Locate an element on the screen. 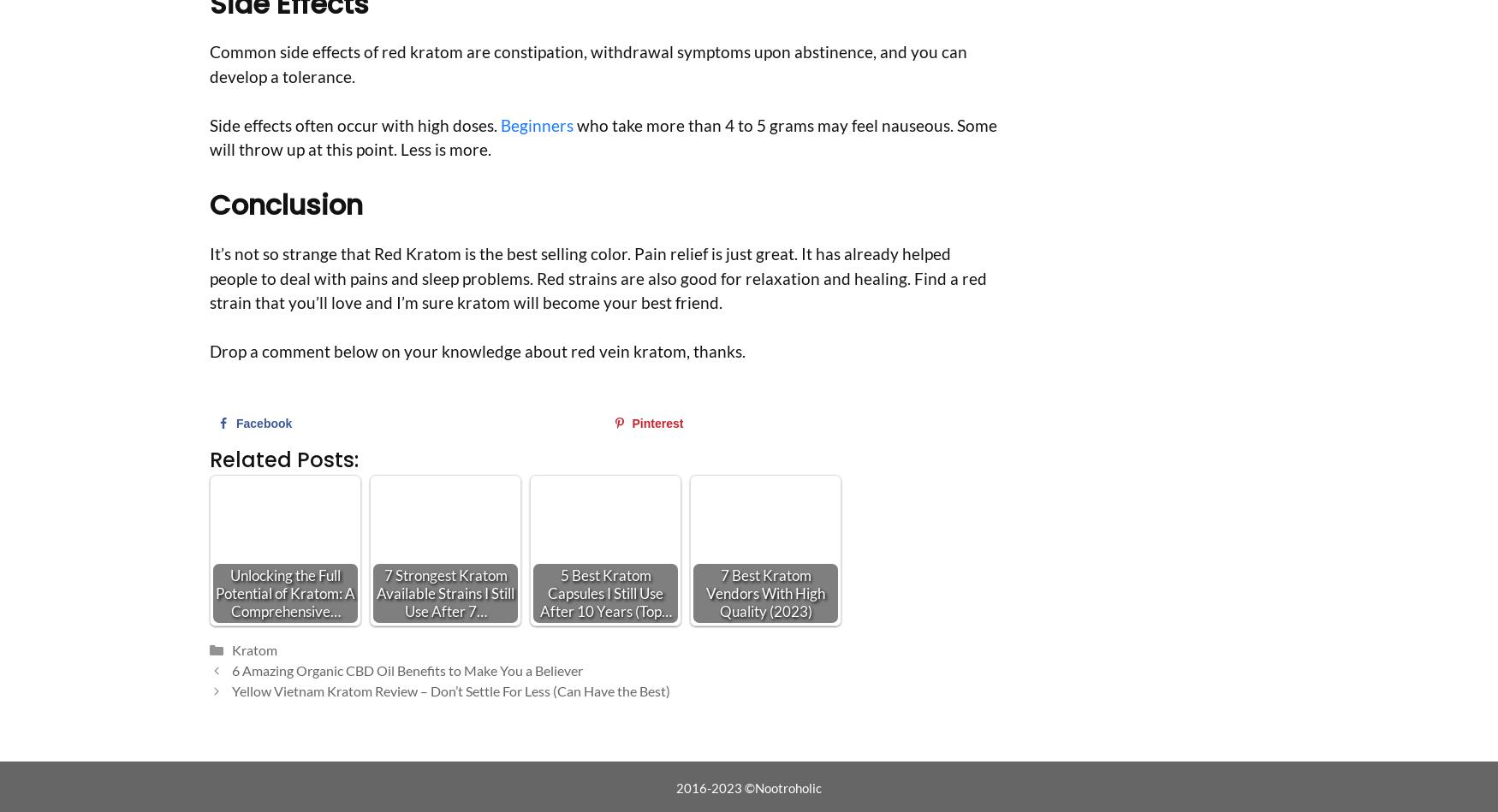 This screenshot has height=812, width=1498. 'Yellow Vietnam Kratom Review – Don’t Settle For Less (Can Have the Best)' is located at coordinates (230, 690).